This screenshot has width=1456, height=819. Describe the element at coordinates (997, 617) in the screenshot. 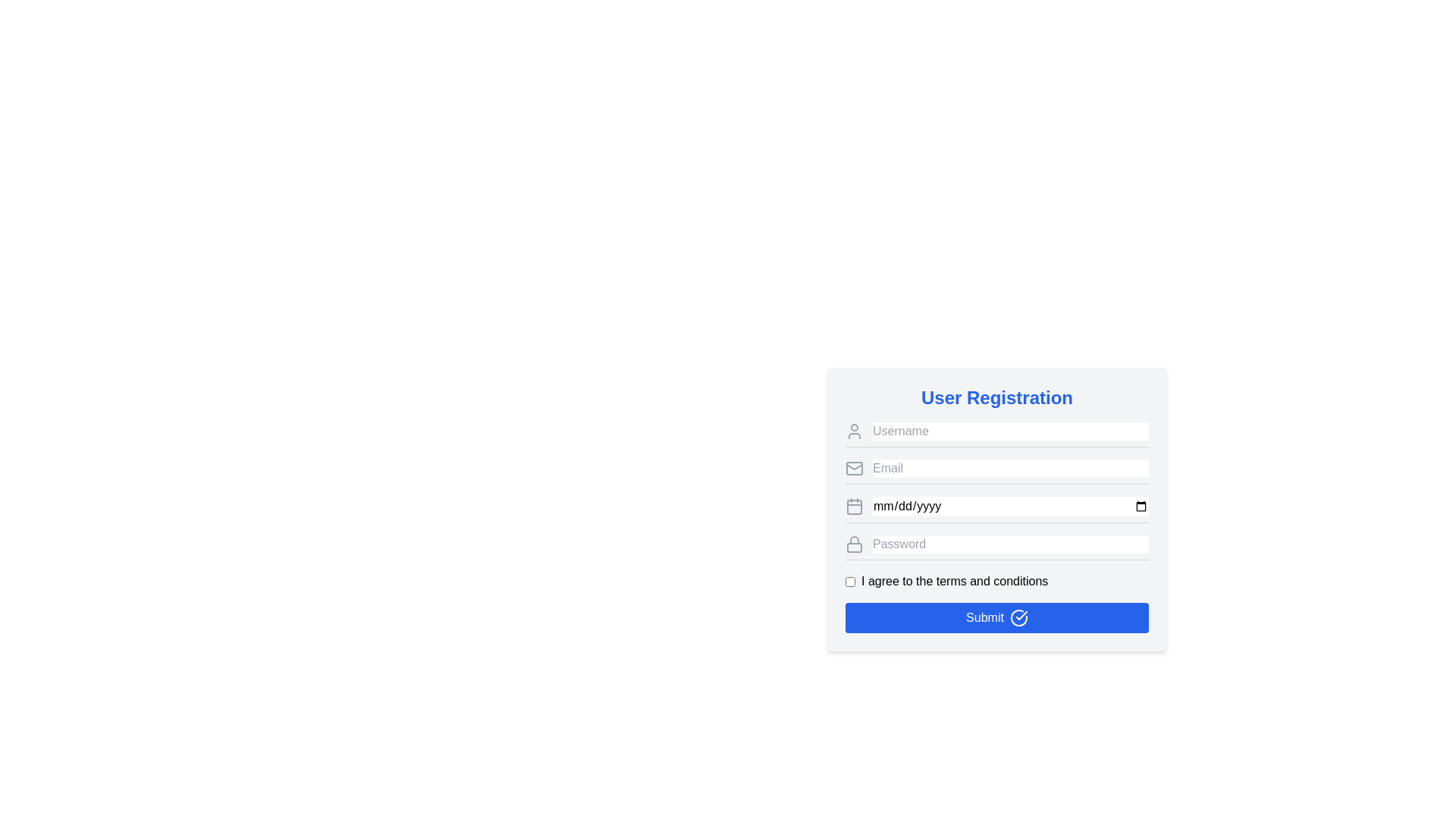

I see `the submit button located at the bottom of the user registration form` at that location.